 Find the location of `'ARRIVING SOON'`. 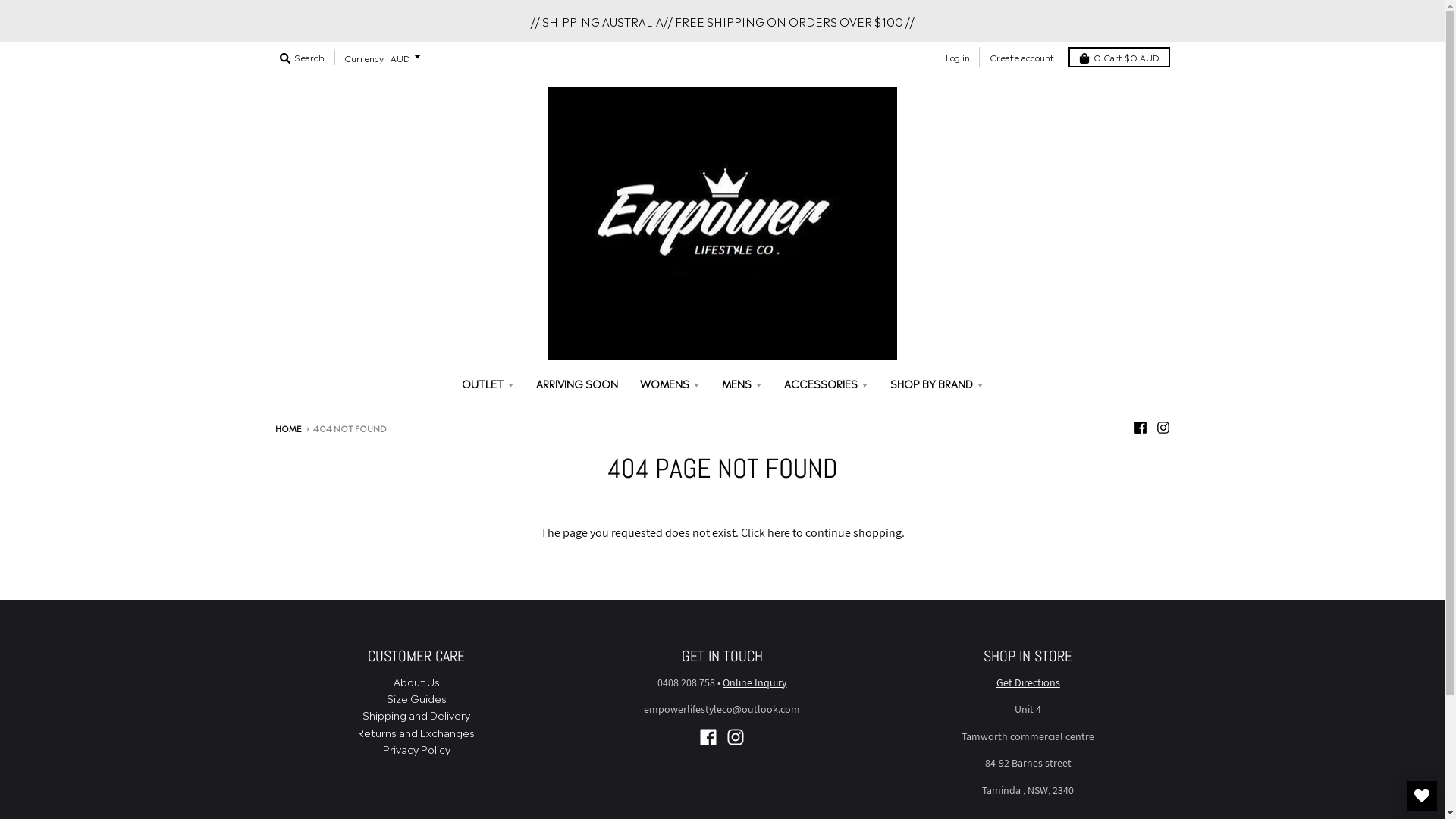

'ARRIVING SOON' is located at coordinates (576, 382).